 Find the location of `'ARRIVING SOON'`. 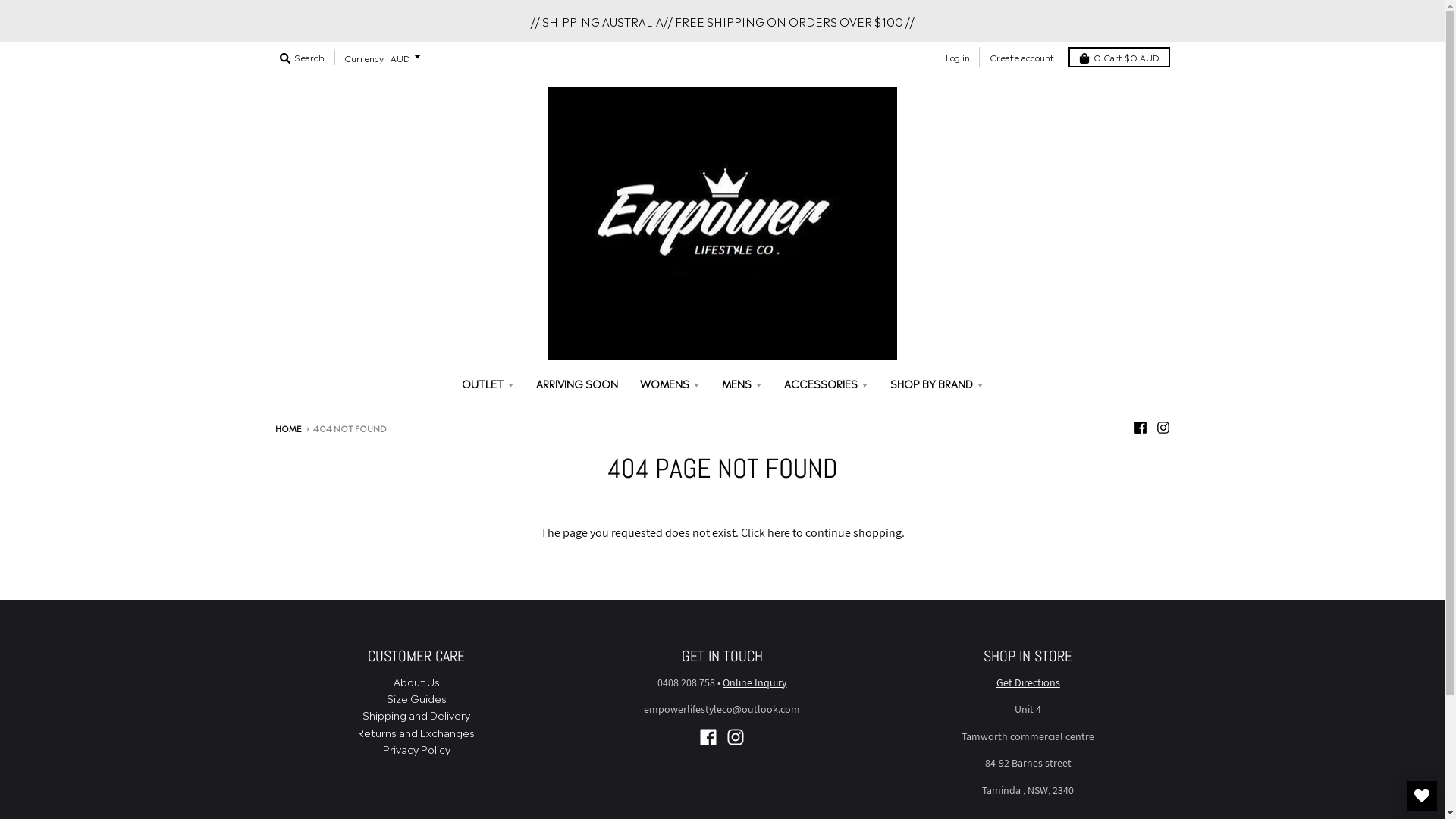

'ARRIVING SOON' is located at coordinates (576, 382).